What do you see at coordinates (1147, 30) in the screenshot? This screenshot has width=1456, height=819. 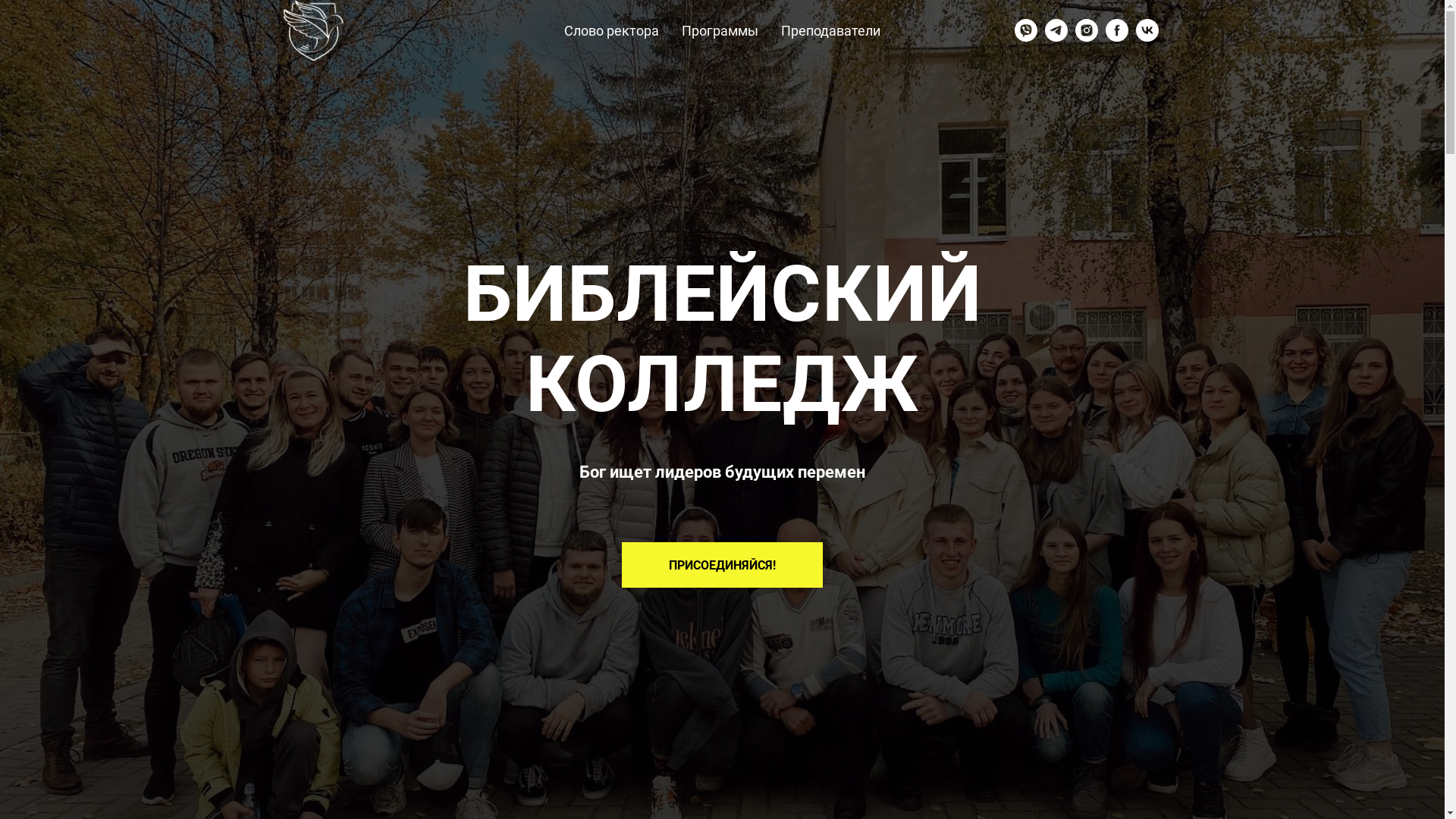 I see `'VK'` at bounding box center [1147, 30].